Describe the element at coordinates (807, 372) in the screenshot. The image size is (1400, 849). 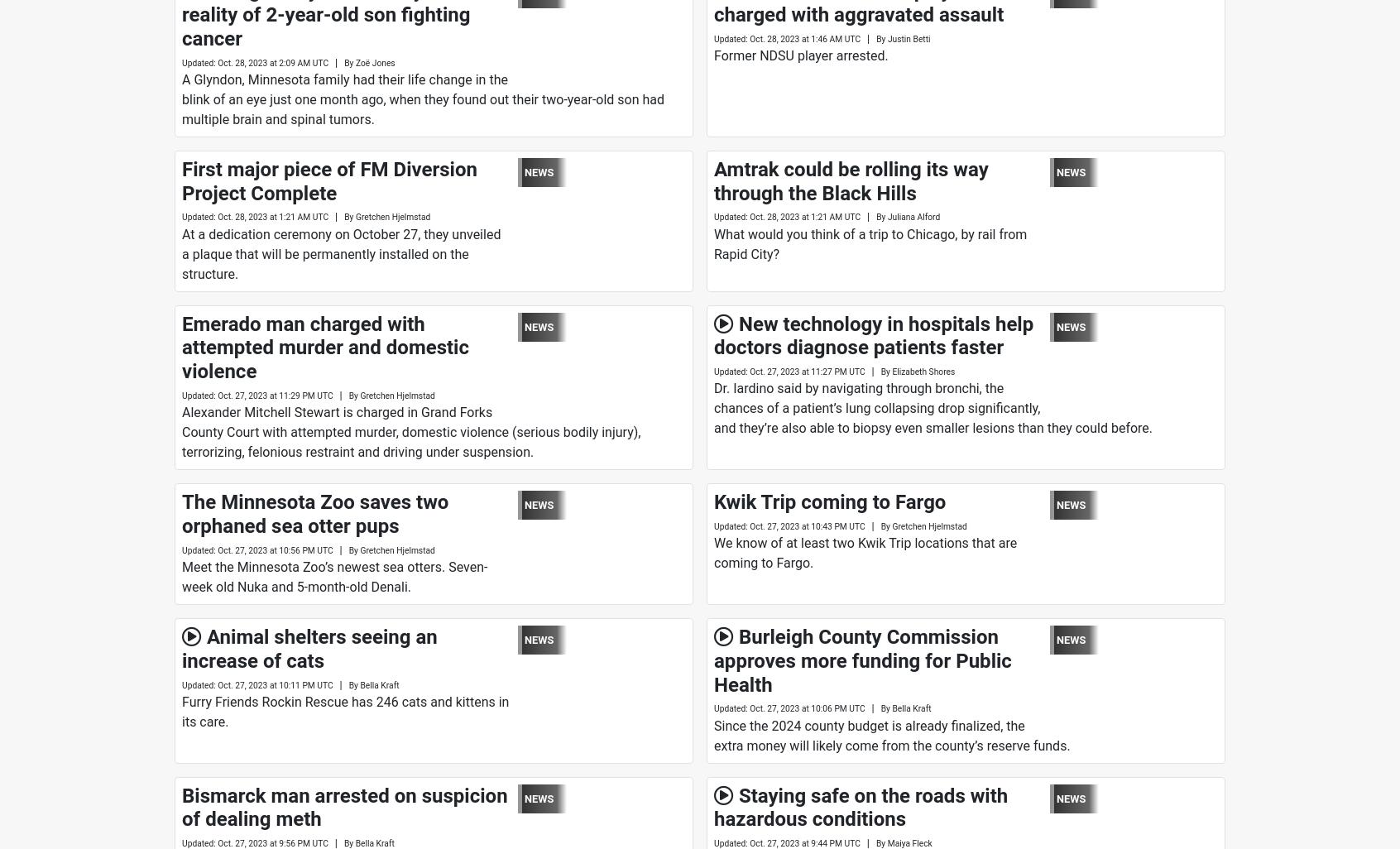
I see `'Oct. 27, 2023 at 11:27 PM UTC'` at that location.